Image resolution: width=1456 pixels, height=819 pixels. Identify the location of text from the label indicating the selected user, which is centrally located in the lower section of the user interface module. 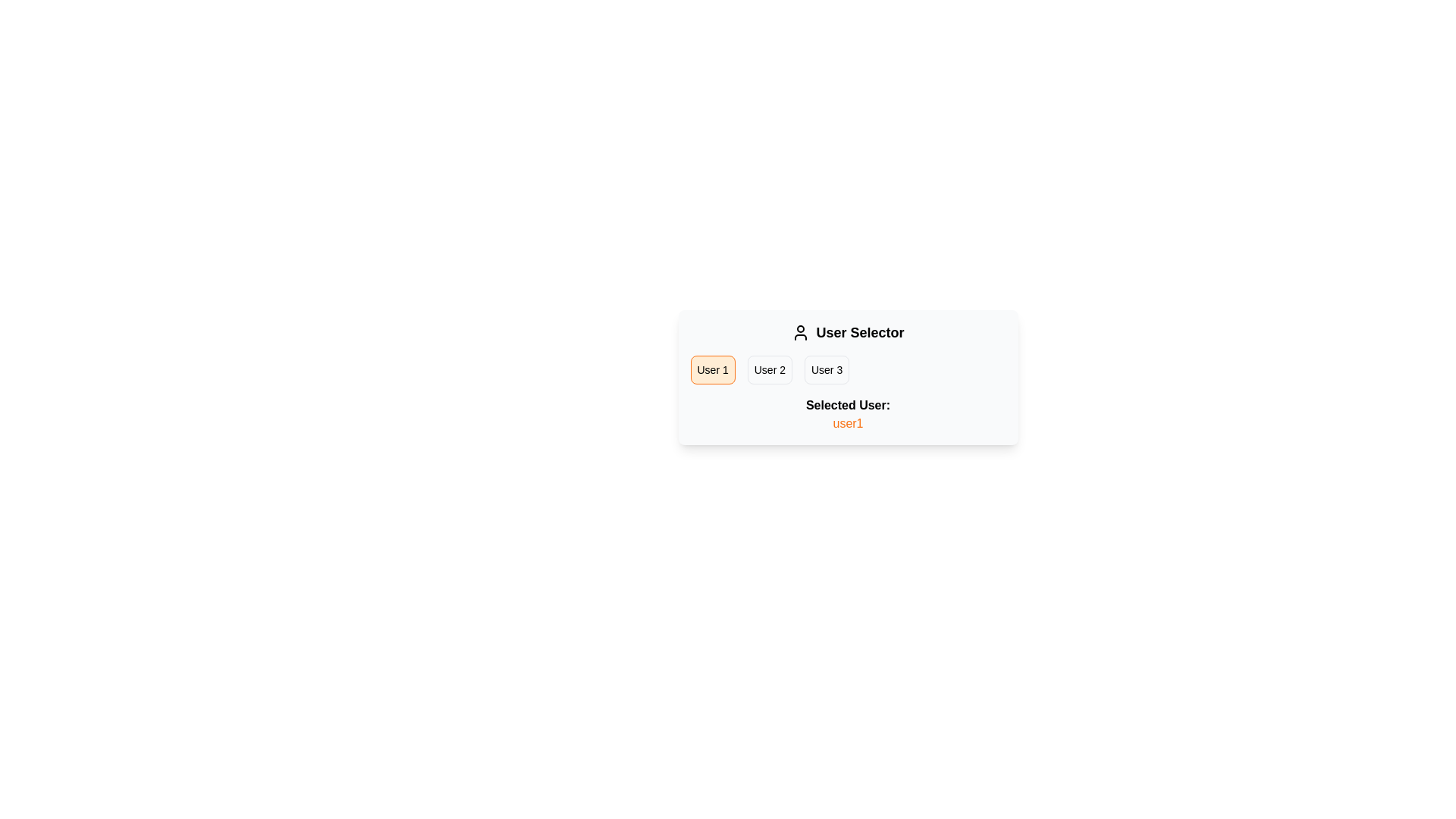
(847, 405).